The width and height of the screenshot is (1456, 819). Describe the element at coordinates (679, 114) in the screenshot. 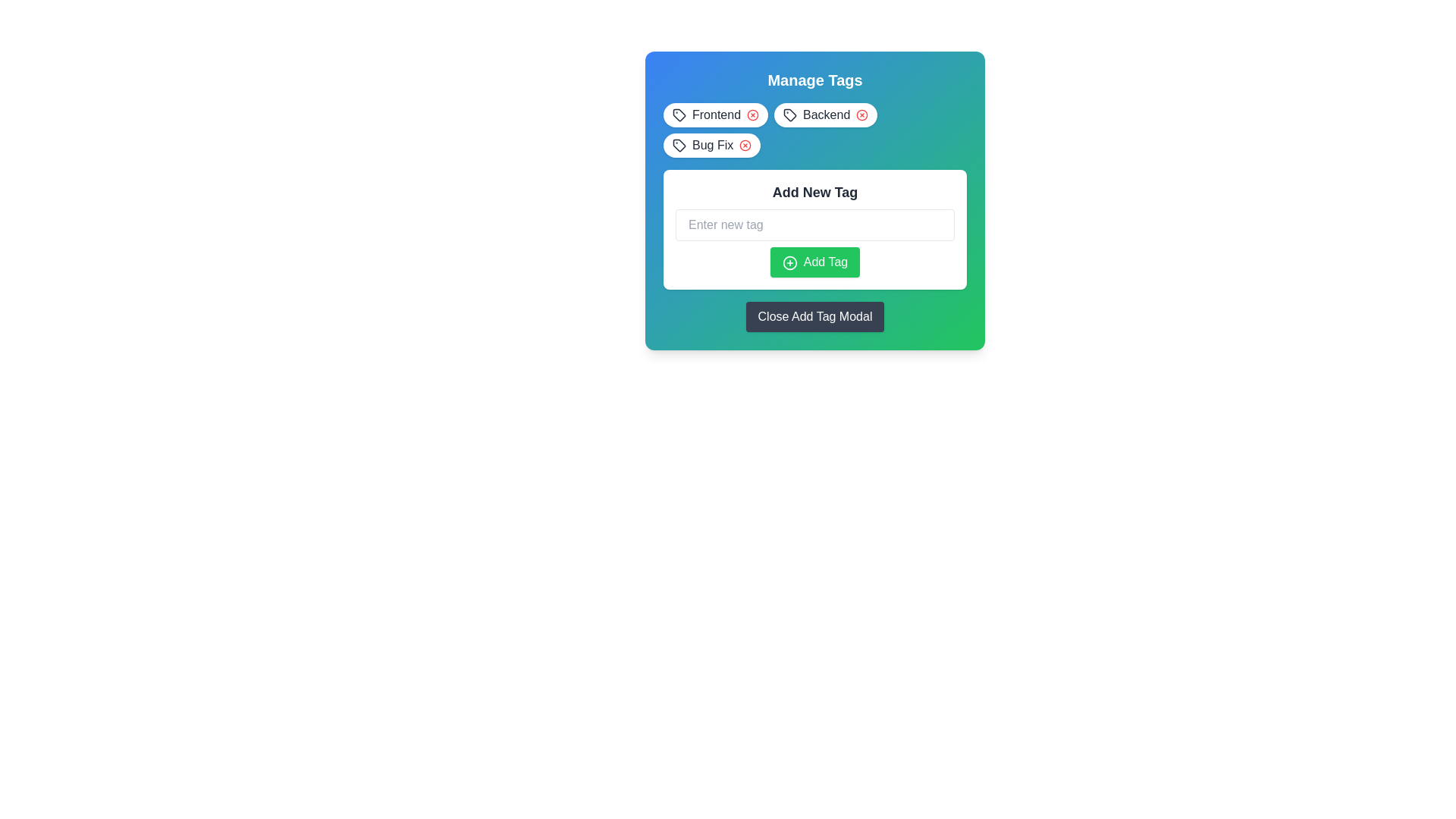

I see `the tag-shaped icon located to the left of the text 'Frontend' in the top left section of the modal window` at that location.